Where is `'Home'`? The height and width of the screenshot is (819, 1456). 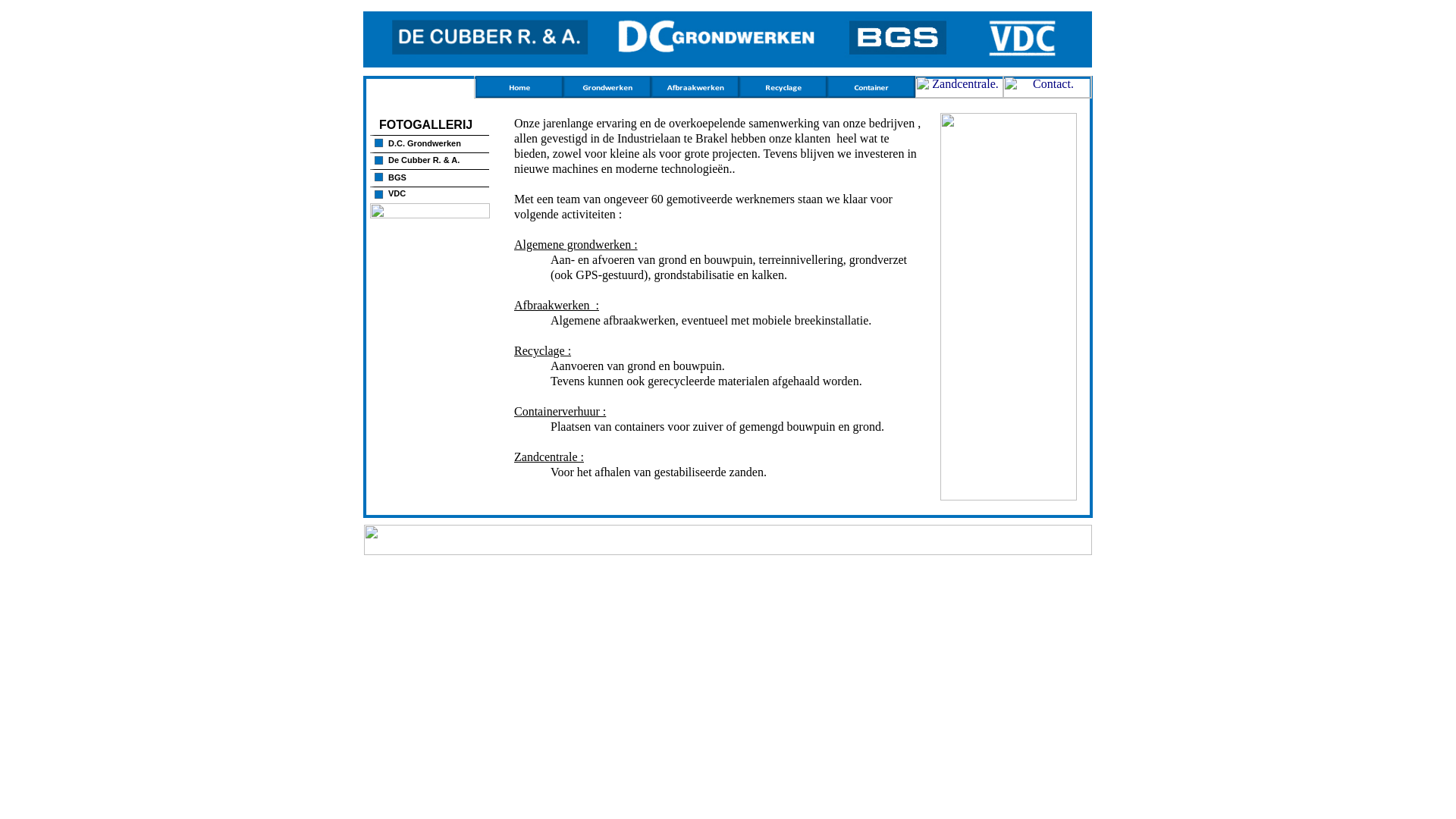 'Home' is located at coordinates (475, 93).